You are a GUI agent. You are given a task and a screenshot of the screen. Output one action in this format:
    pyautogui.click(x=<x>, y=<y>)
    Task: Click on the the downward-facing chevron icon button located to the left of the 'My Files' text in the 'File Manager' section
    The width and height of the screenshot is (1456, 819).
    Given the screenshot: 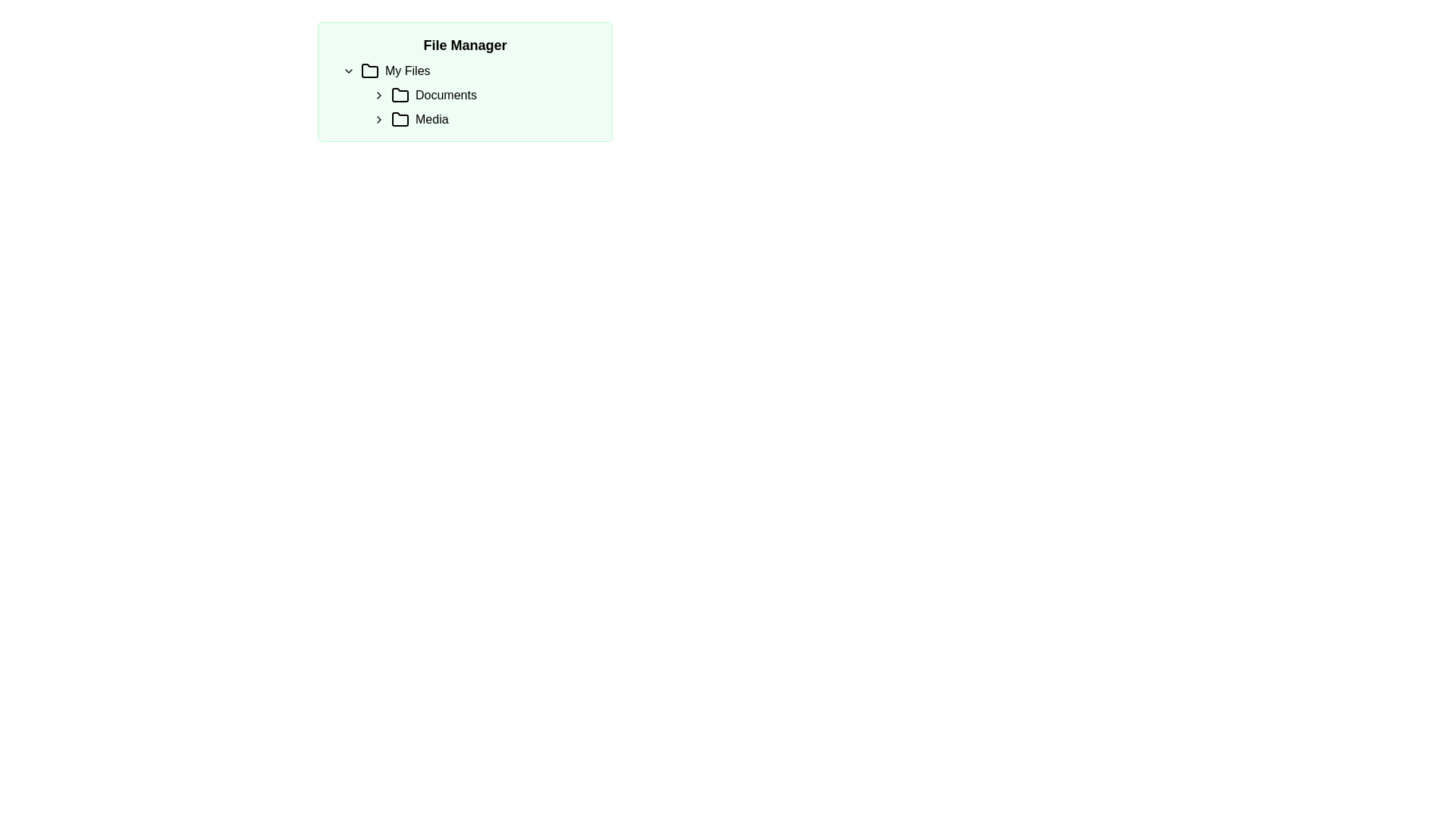 What is the action you would take?
    pyautogui.click(x=348, y=71)
    